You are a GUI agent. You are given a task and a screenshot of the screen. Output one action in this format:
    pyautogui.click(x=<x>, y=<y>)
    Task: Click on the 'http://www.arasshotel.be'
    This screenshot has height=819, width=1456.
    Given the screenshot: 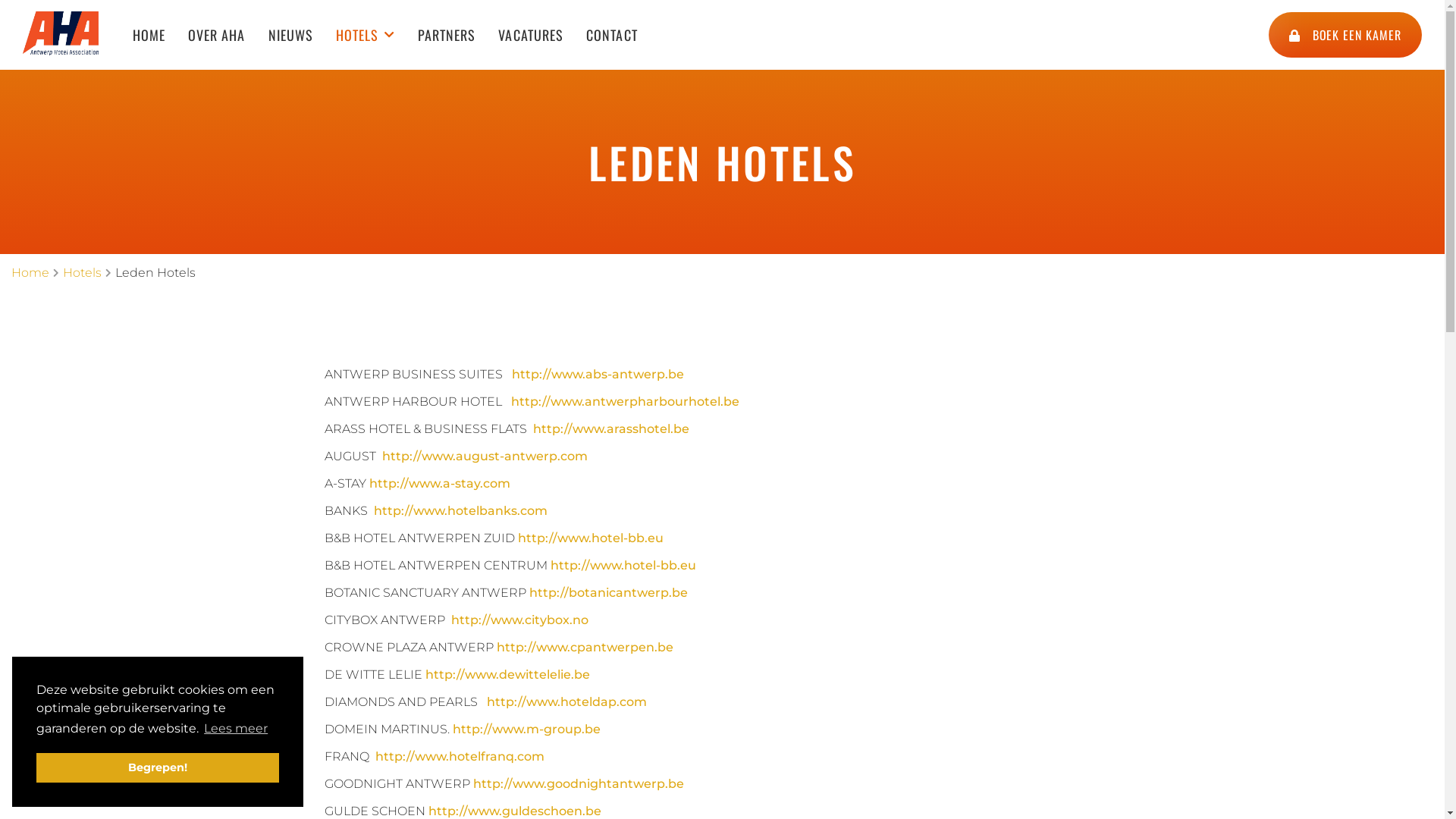 What is the action you would take?
    pyautogui.click(x=610, y=428)
    